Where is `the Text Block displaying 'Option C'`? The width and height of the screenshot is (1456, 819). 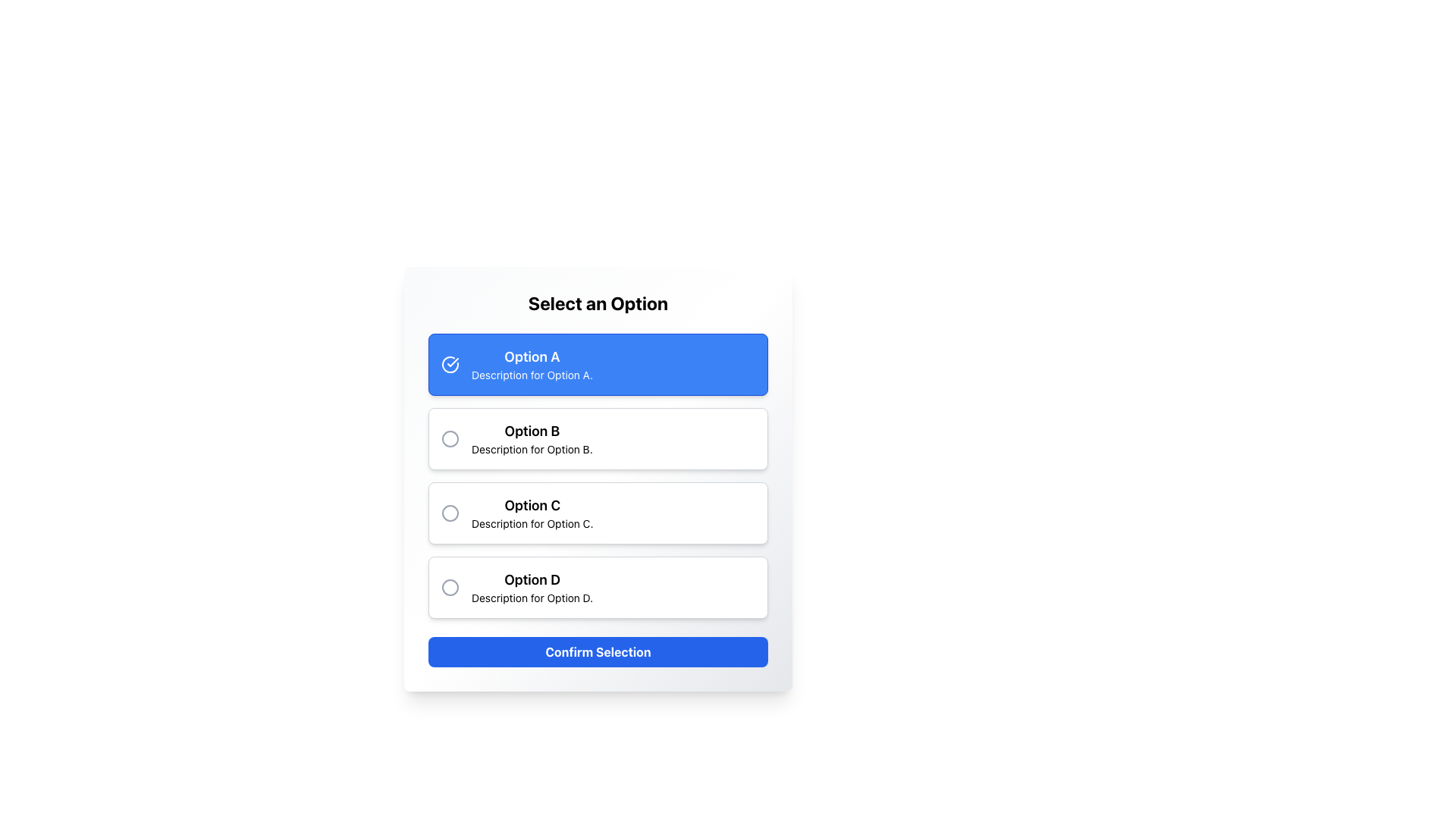 the Text Block displaying 'Option C' is located at coordinates (532, 513).